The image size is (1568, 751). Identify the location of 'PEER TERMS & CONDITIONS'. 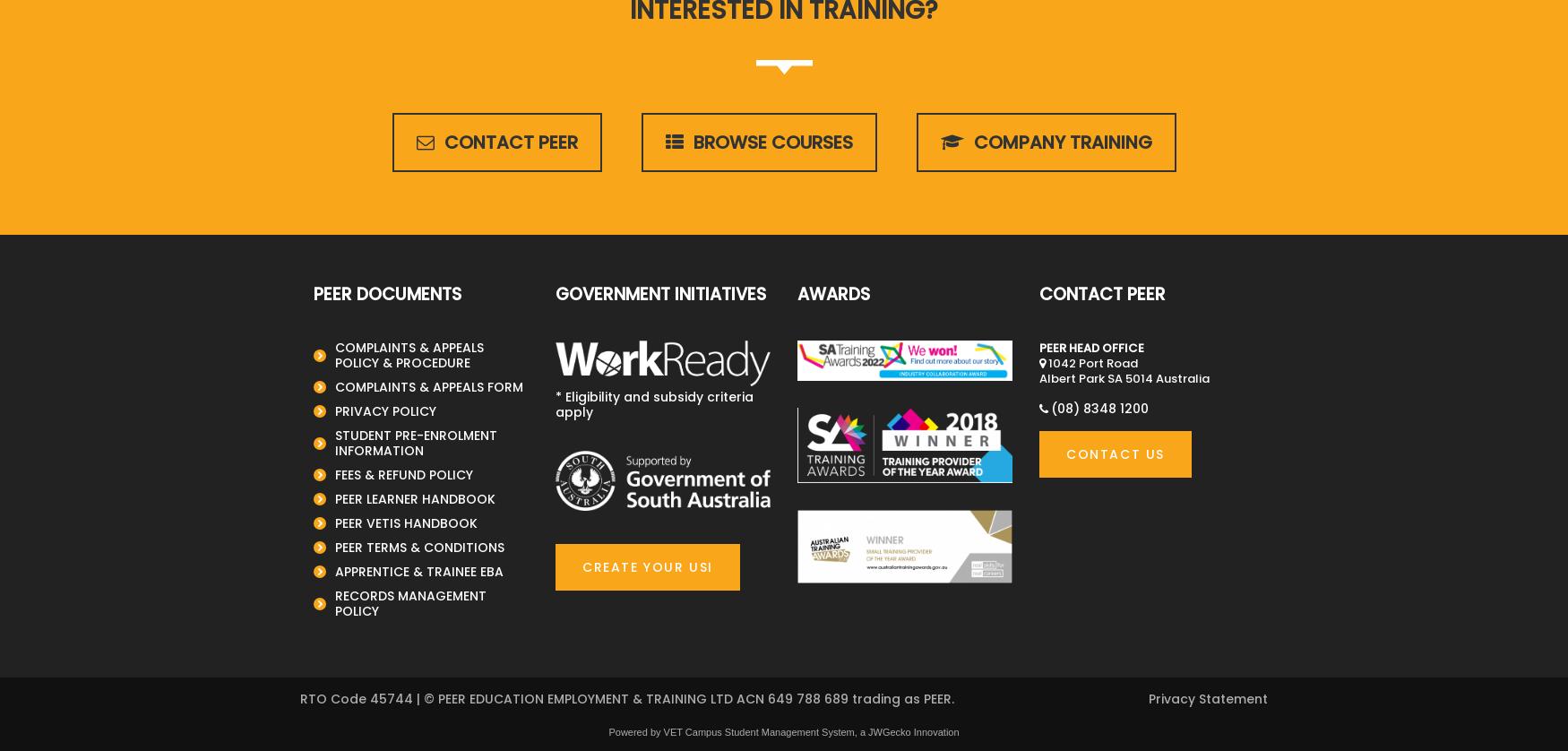
(334, 546).